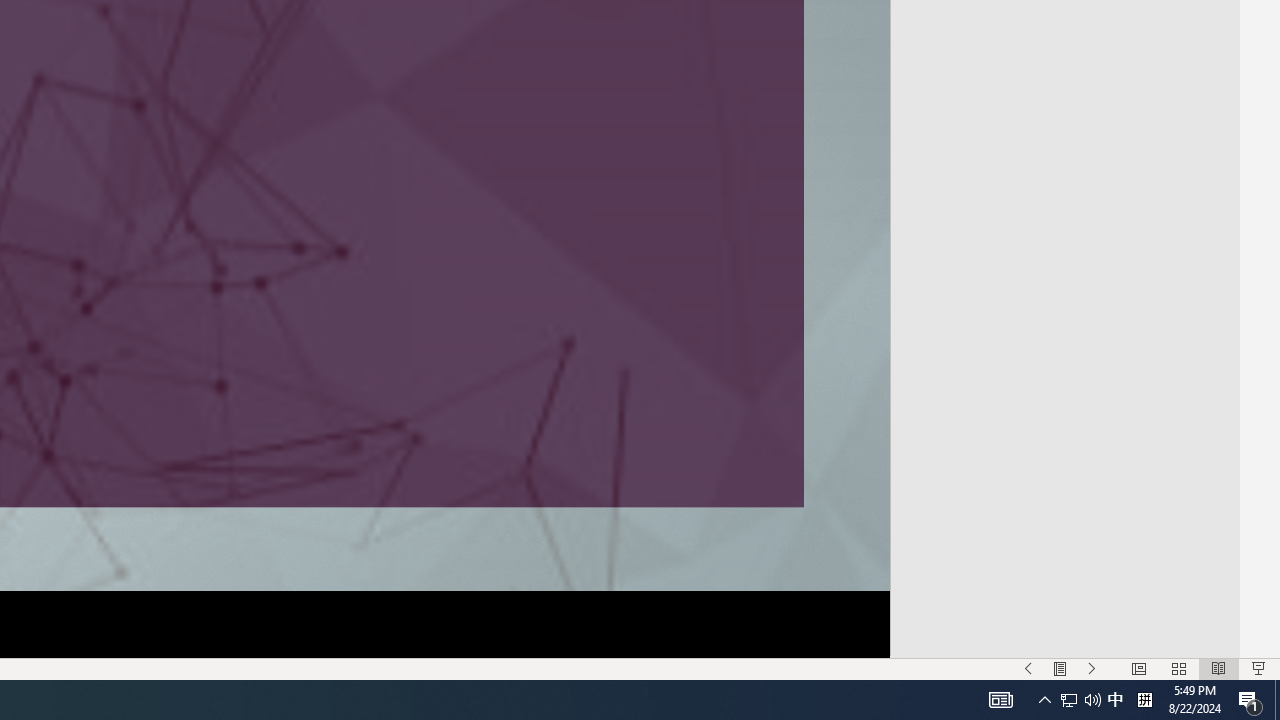  What do you see at coordinates (1028, 669) in the screenshot?
I see `'Slide Show Previous On'` at bounding box center [1028, 669].